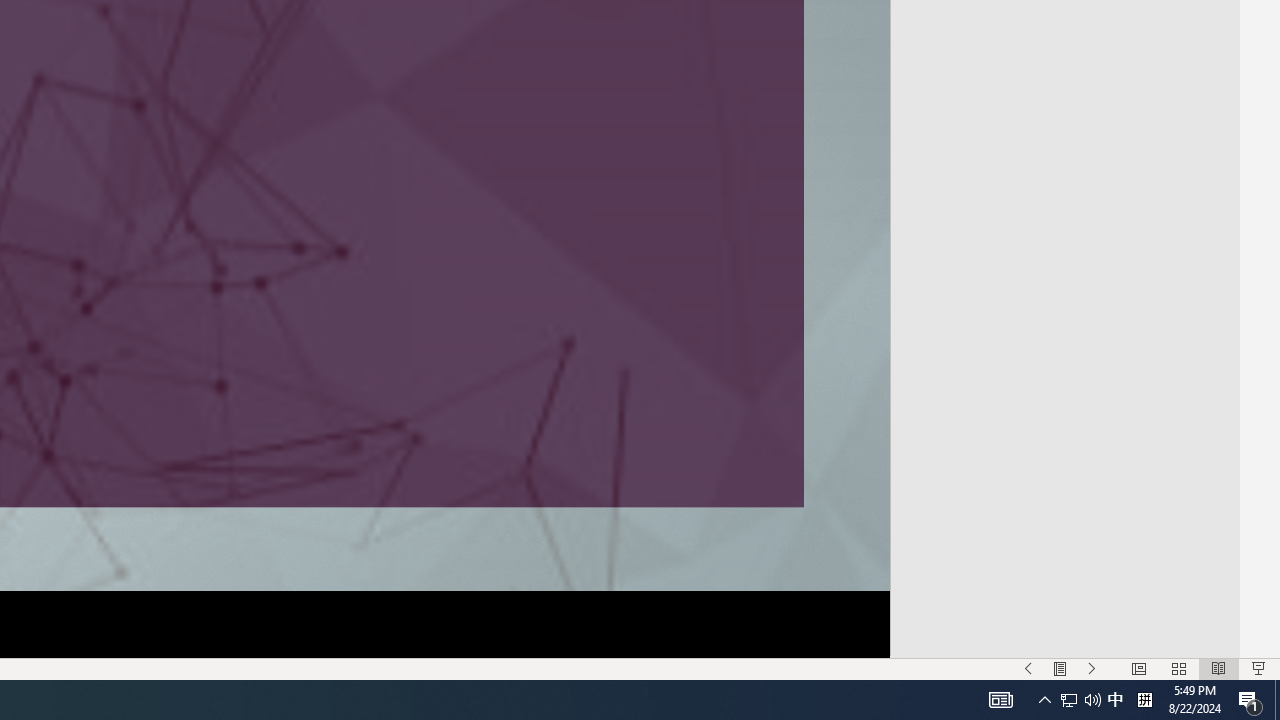  What do you see at coordinates (1028, 669) in the screenshot?
I see `'Slide Show Previous On'` at bounding box center [1028, 669].